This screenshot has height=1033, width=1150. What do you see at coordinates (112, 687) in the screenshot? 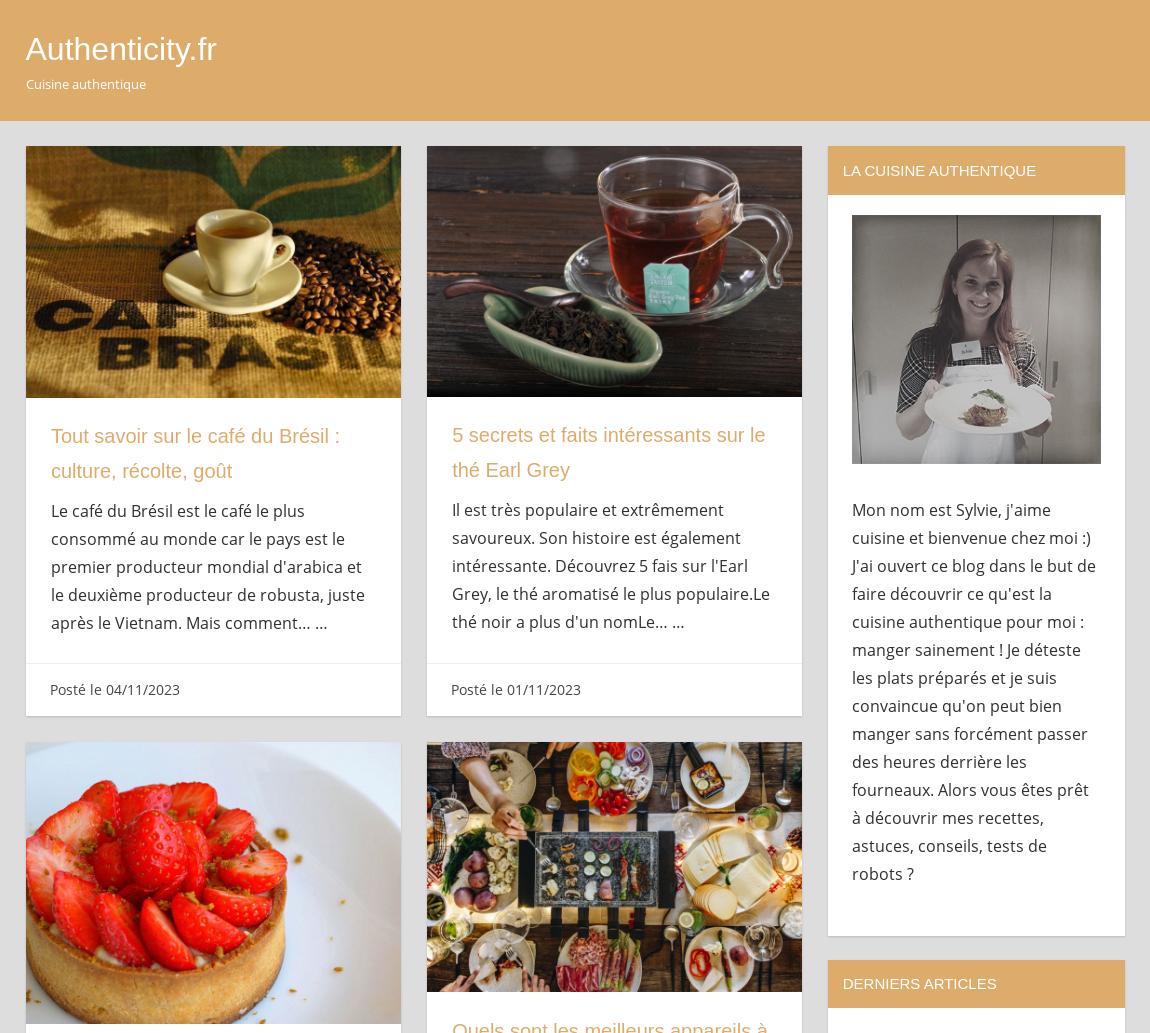
I see `'Posté le 04/11/2023'` at bounding box center [112, 687].